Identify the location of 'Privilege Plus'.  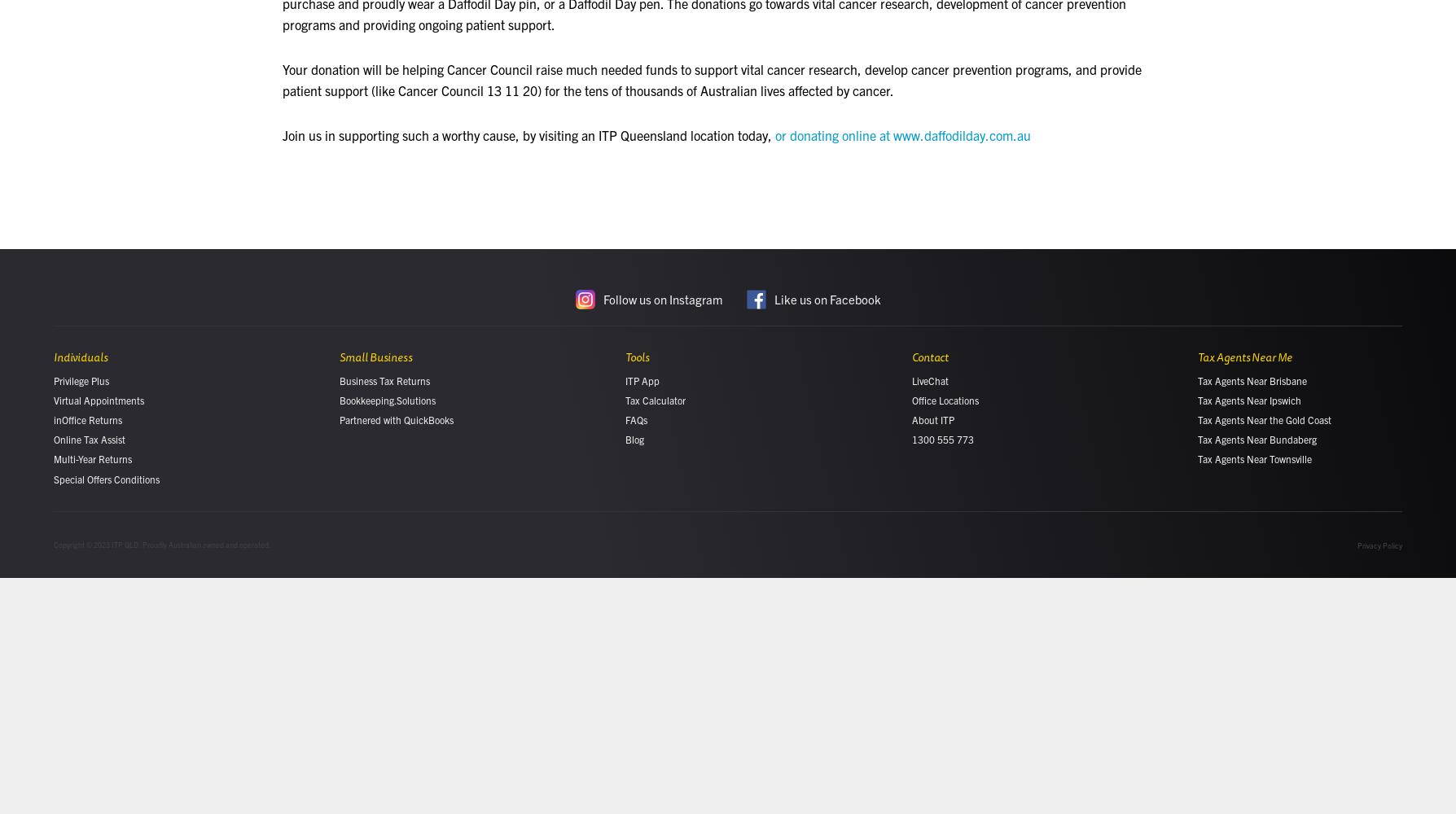
(81, 379).